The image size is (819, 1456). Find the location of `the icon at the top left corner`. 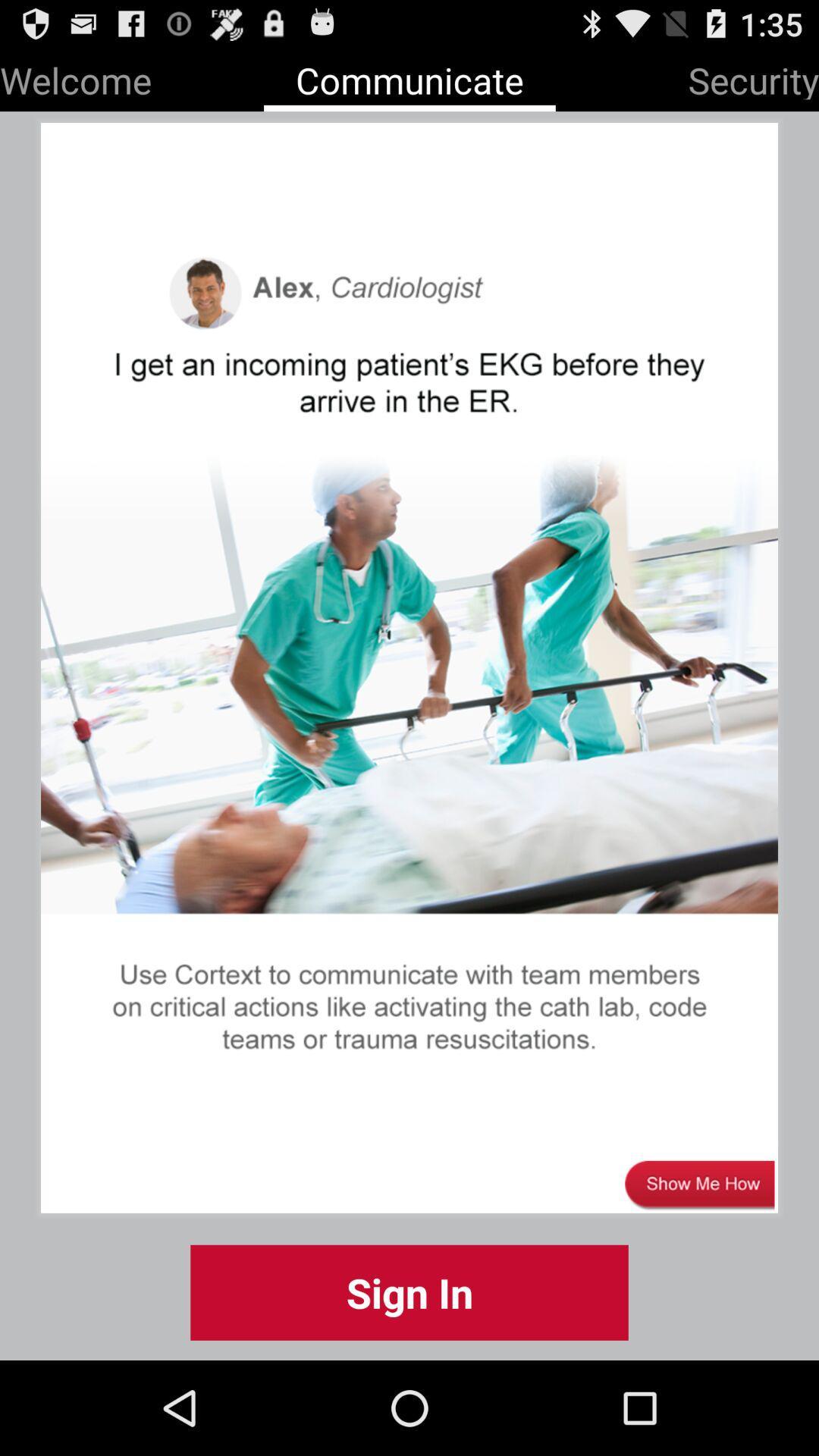

the icon at the top left corner is located at coordinates (76, 77).